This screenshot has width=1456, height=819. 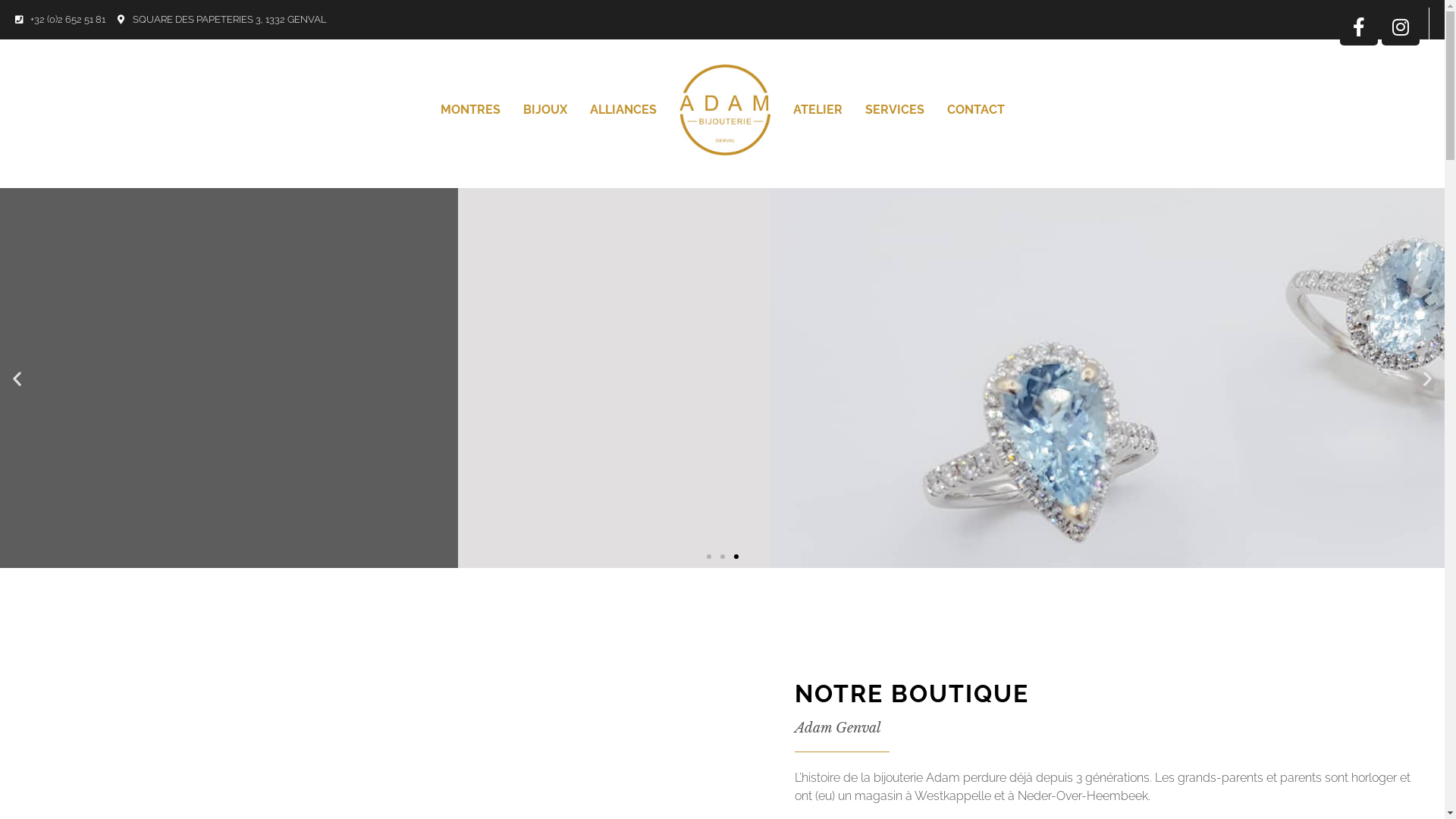 What do you see at coordinates (510, 109) in the screenshot?
I see `'BIJOUX'` at bounding box center [510, 109].